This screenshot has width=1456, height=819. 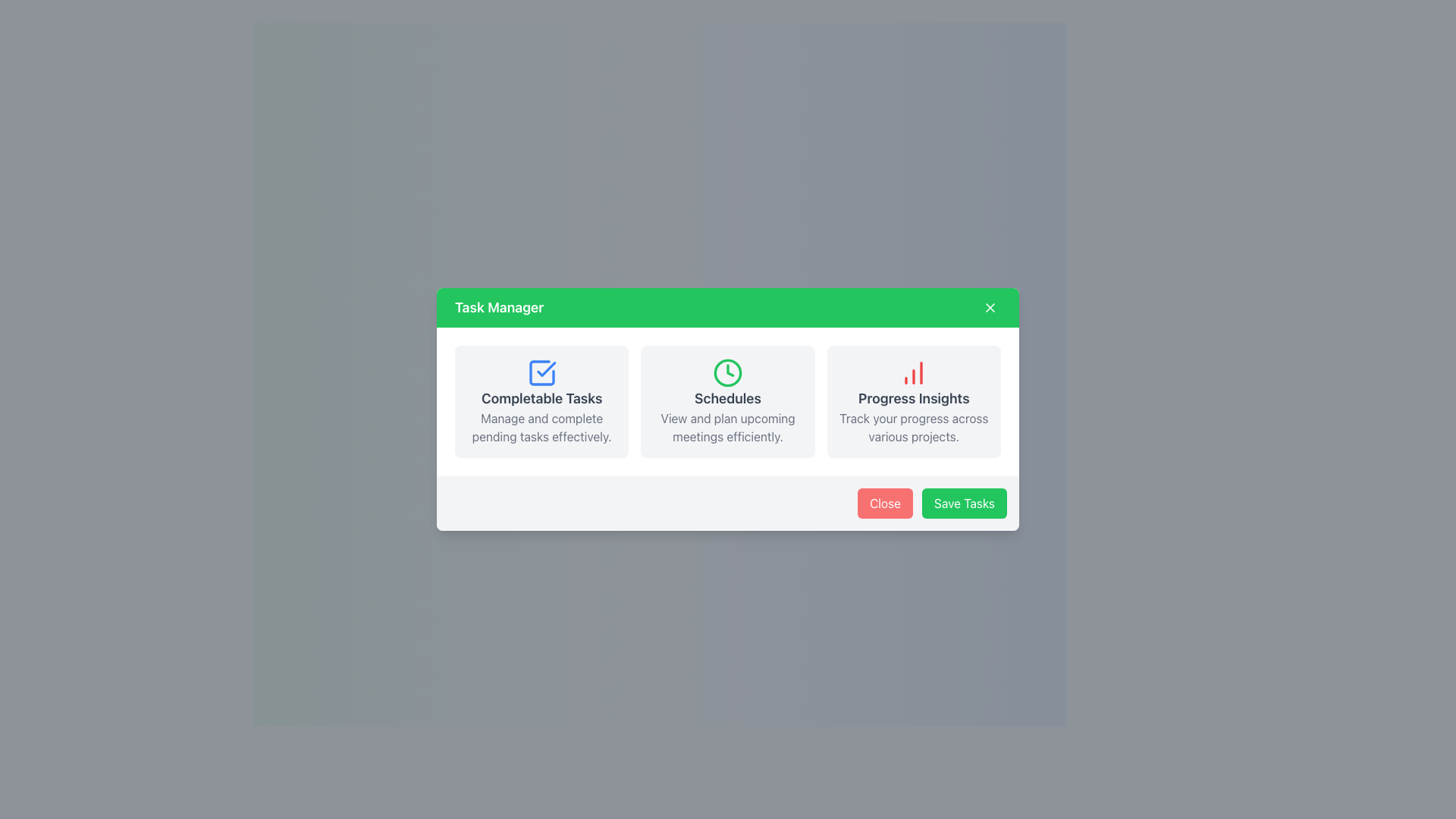 What do you see at coordinates (728, 397) in the screenshot?
I see `text label displaying 'Schedules' which is styled with a large font and positioned below a clock icon in the middle section of the interface` at bounding box center [728, 397].